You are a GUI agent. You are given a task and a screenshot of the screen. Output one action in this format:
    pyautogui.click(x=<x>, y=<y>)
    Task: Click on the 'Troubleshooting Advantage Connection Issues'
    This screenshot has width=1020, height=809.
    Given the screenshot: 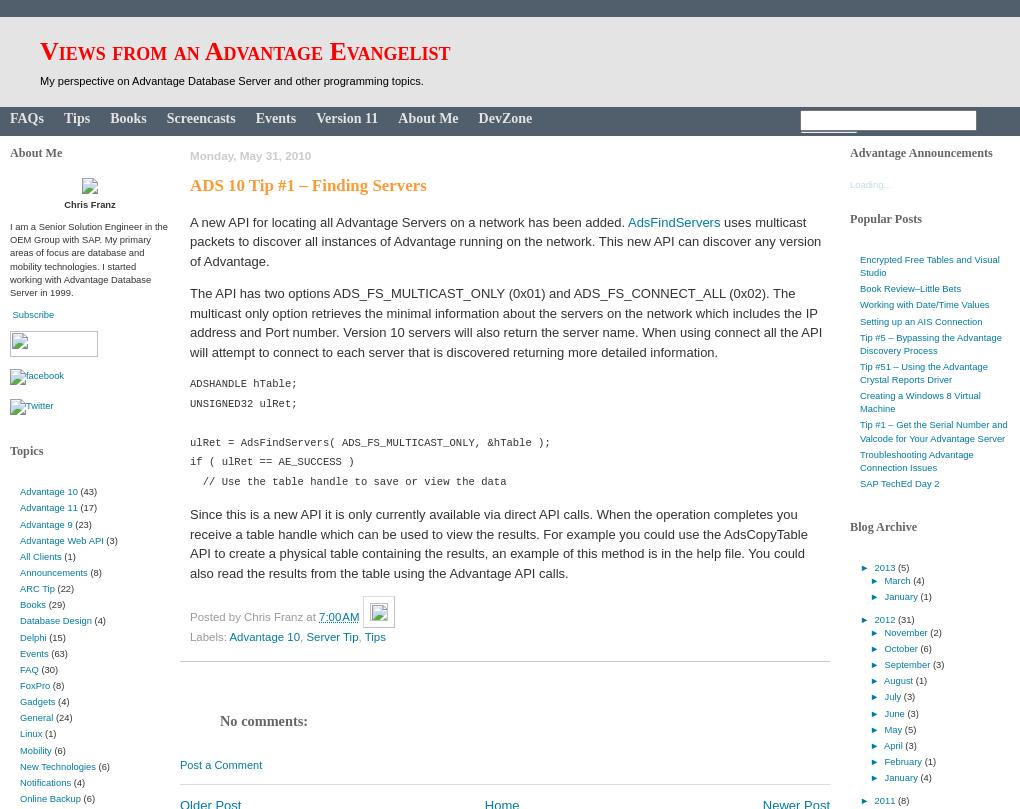 What is the action you would take?
    pyautogui.click(x=916, y=458)
    